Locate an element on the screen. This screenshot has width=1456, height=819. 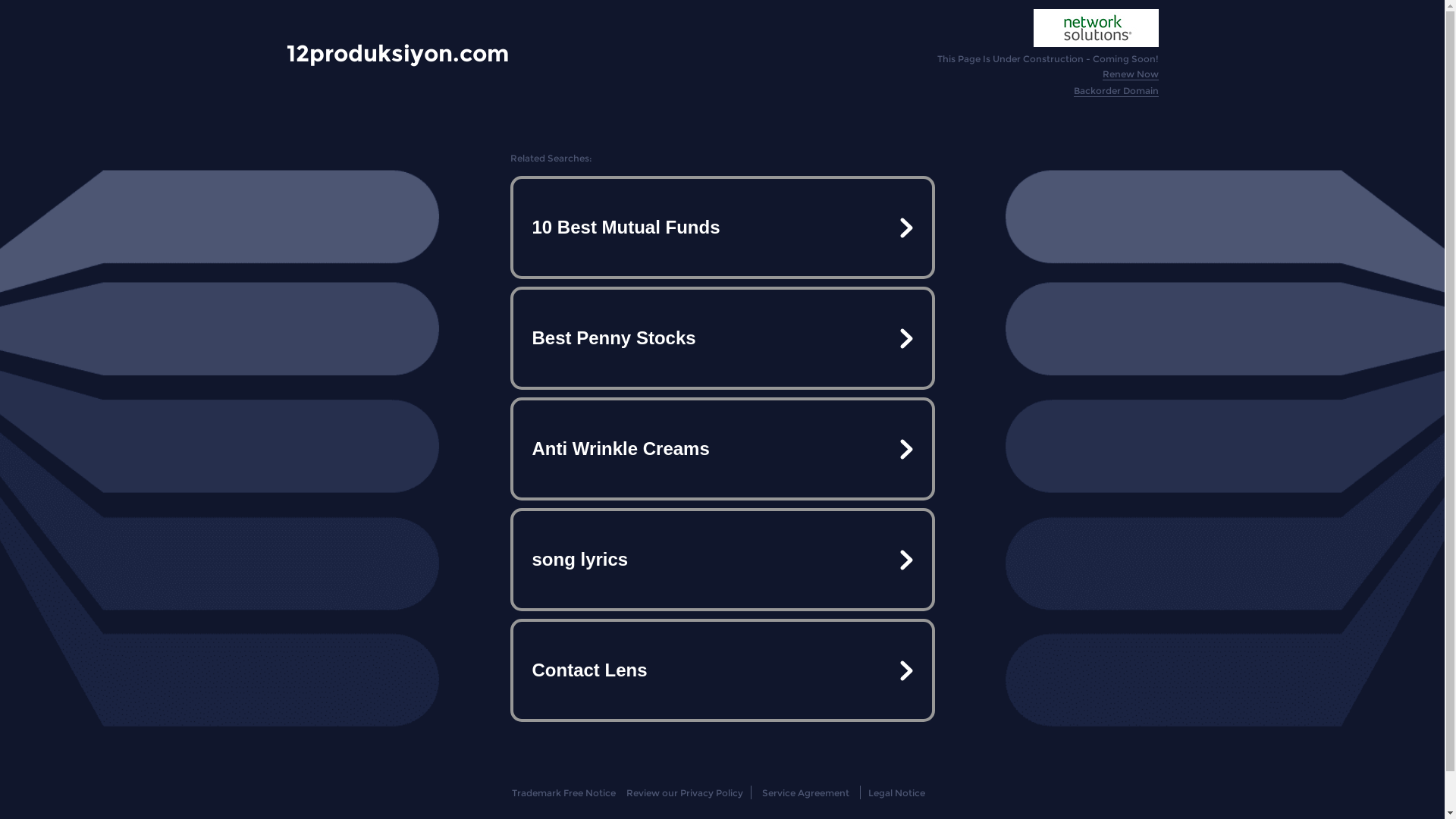
'Backorder Domain' is located at coordinates (1116, 90).